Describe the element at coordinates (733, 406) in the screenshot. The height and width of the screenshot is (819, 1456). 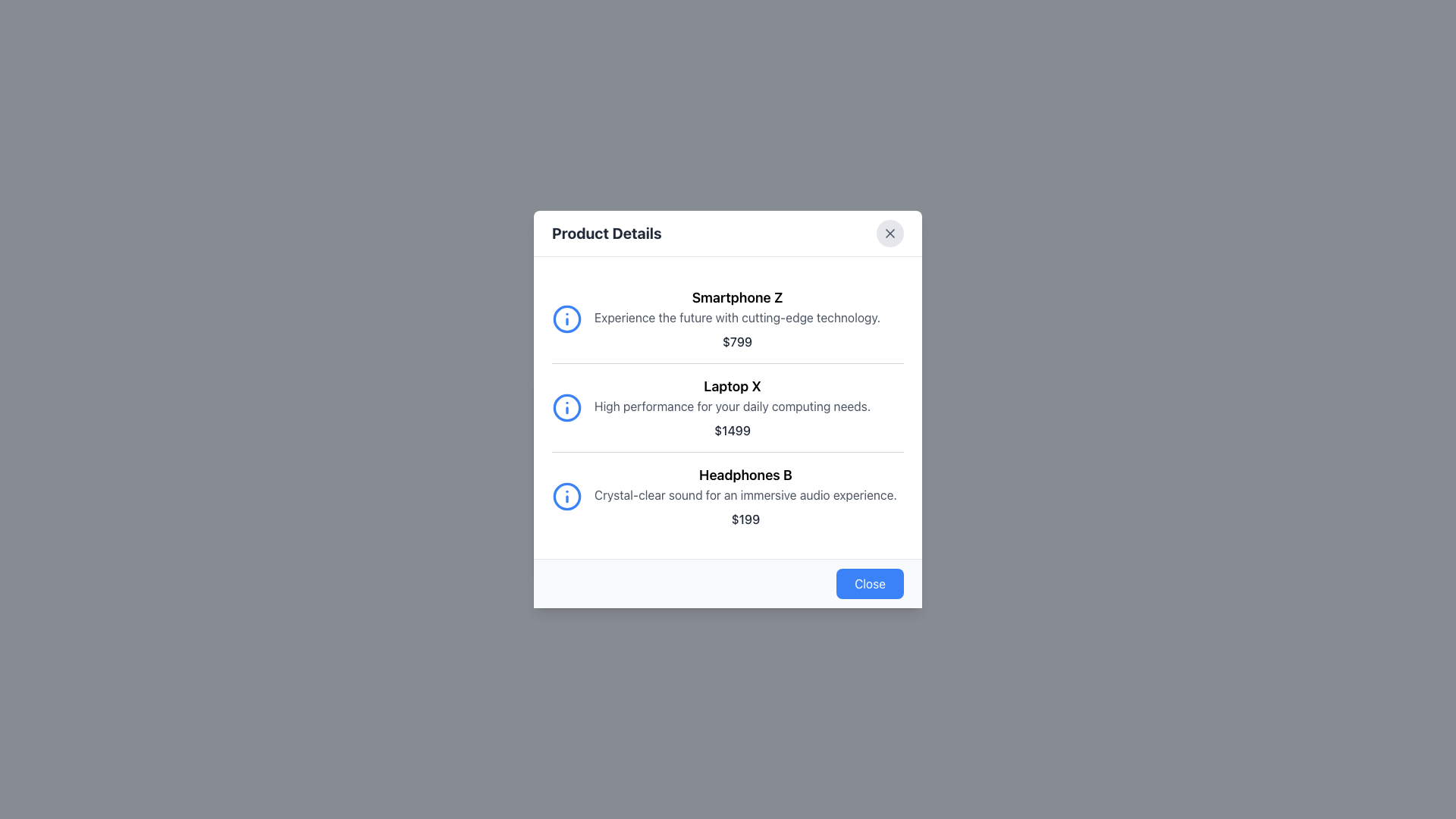
I see `the text in the product information block that follows 'Smartphone Z' and precedes 'Headphones B' in the vertically aligned list` at that location.